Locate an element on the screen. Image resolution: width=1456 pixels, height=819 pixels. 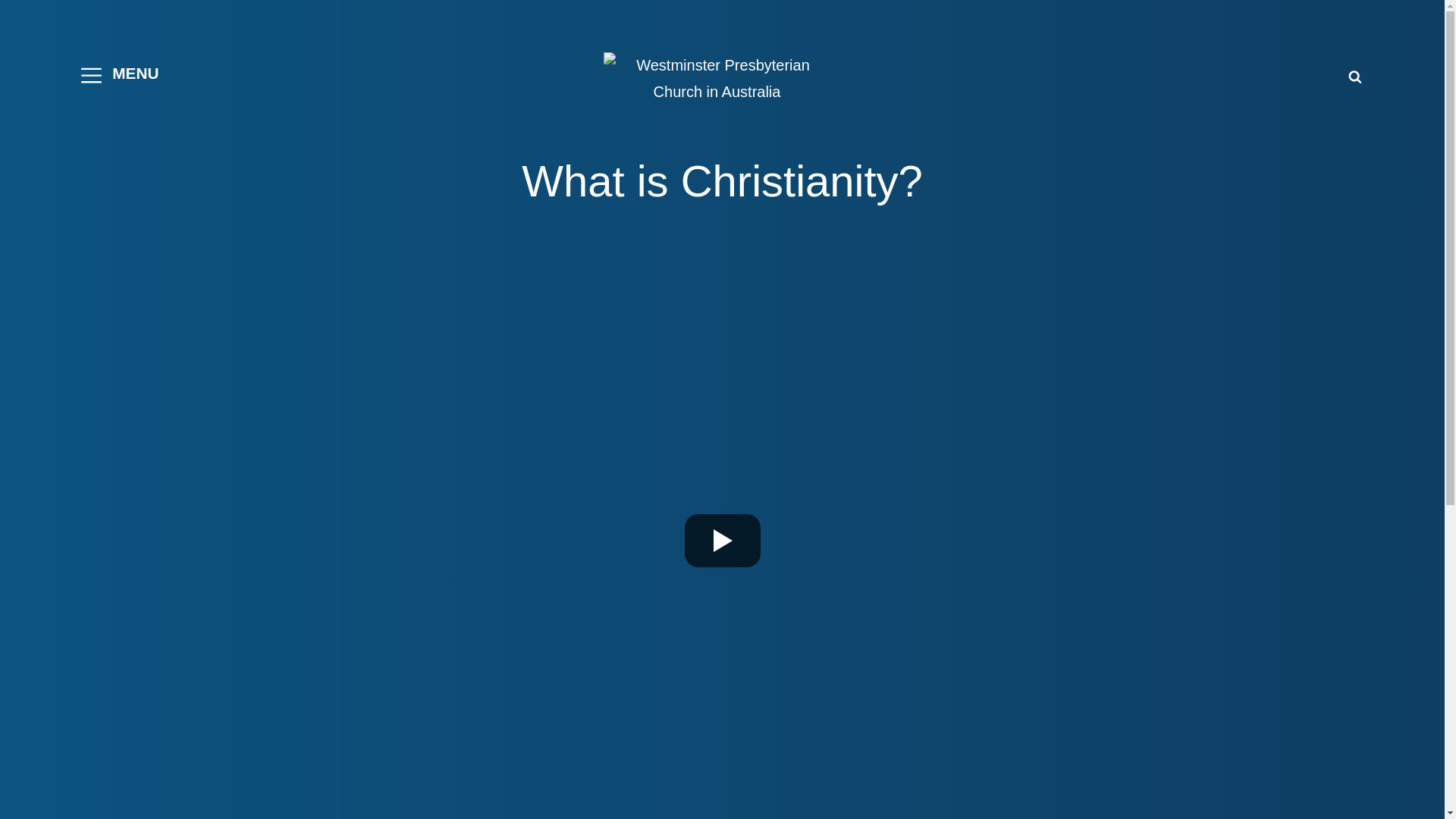
'MENU' is located at coordinates (119, 75).